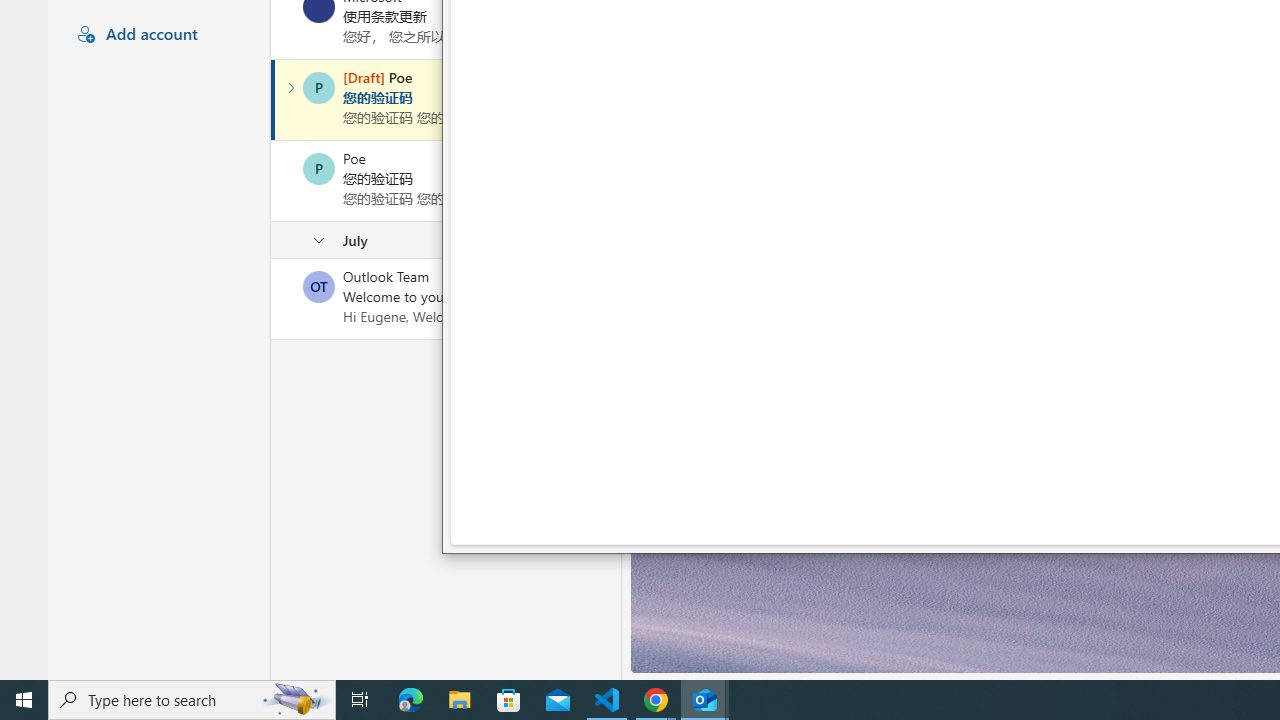 This screenshot has height=720, width=1280. I want to click on 'File Explorer', so click(459, 698).